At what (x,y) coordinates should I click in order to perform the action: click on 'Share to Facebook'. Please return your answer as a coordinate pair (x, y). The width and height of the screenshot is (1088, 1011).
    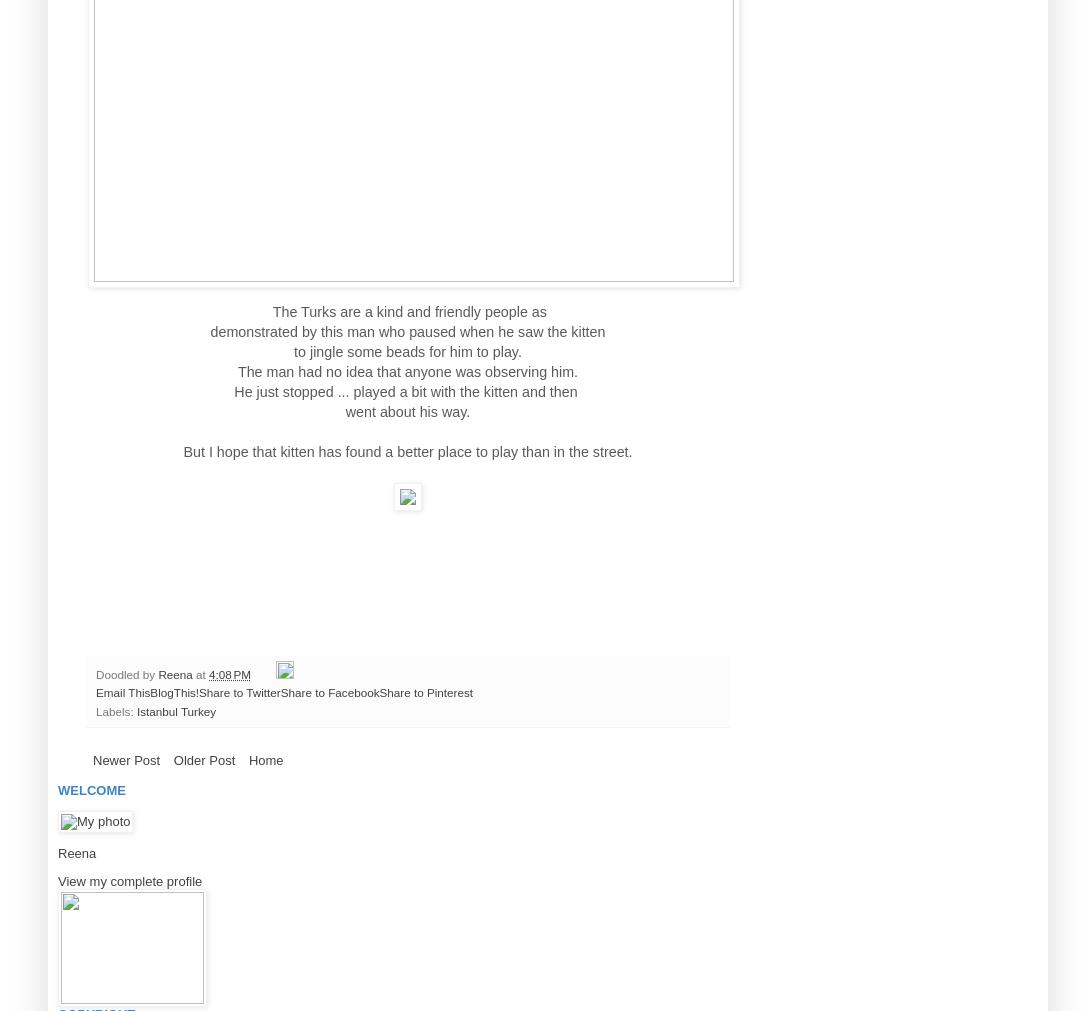
    Looking at the image, I should click on (329, 691).